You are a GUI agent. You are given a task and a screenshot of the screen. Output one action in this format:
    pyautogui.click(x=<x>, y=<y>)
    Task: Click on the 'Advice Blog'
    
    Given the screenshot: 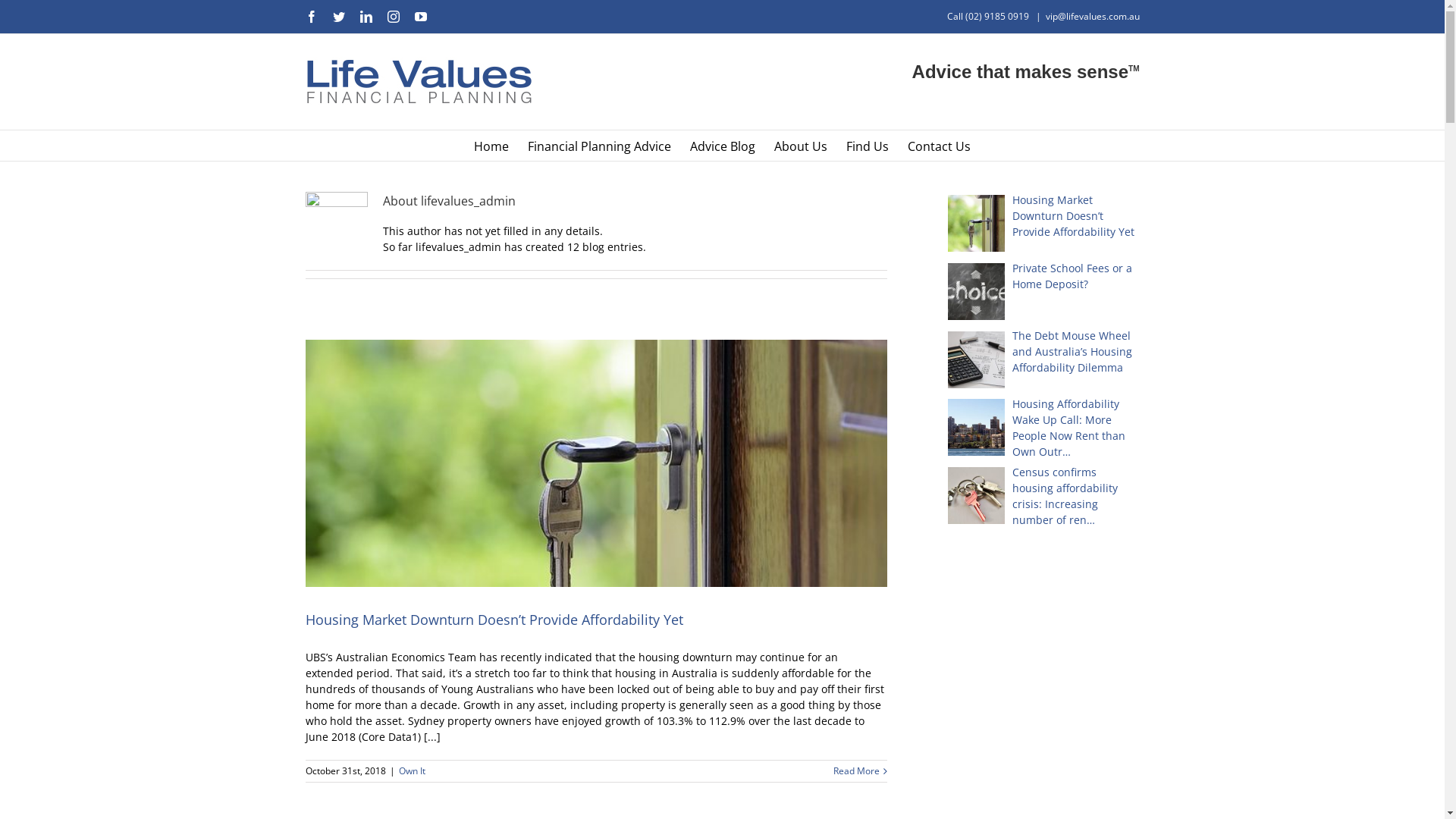 What is the action you would take?
    pyautogui.click(x=722, y=146)
    